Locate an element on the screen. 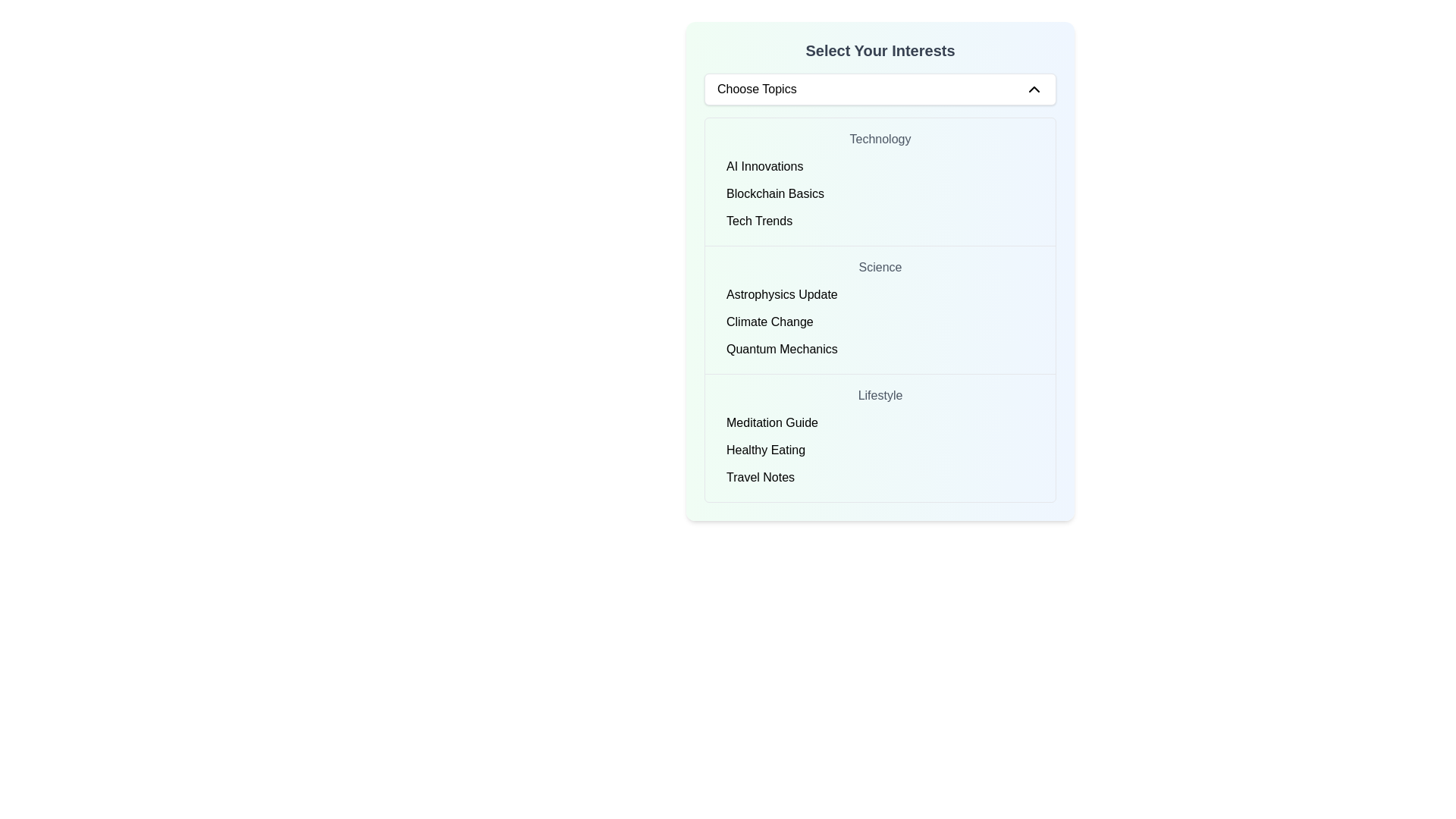  the text label displaying 'Blockchain Basics' which is the second item is located at coordinates (775, 193).